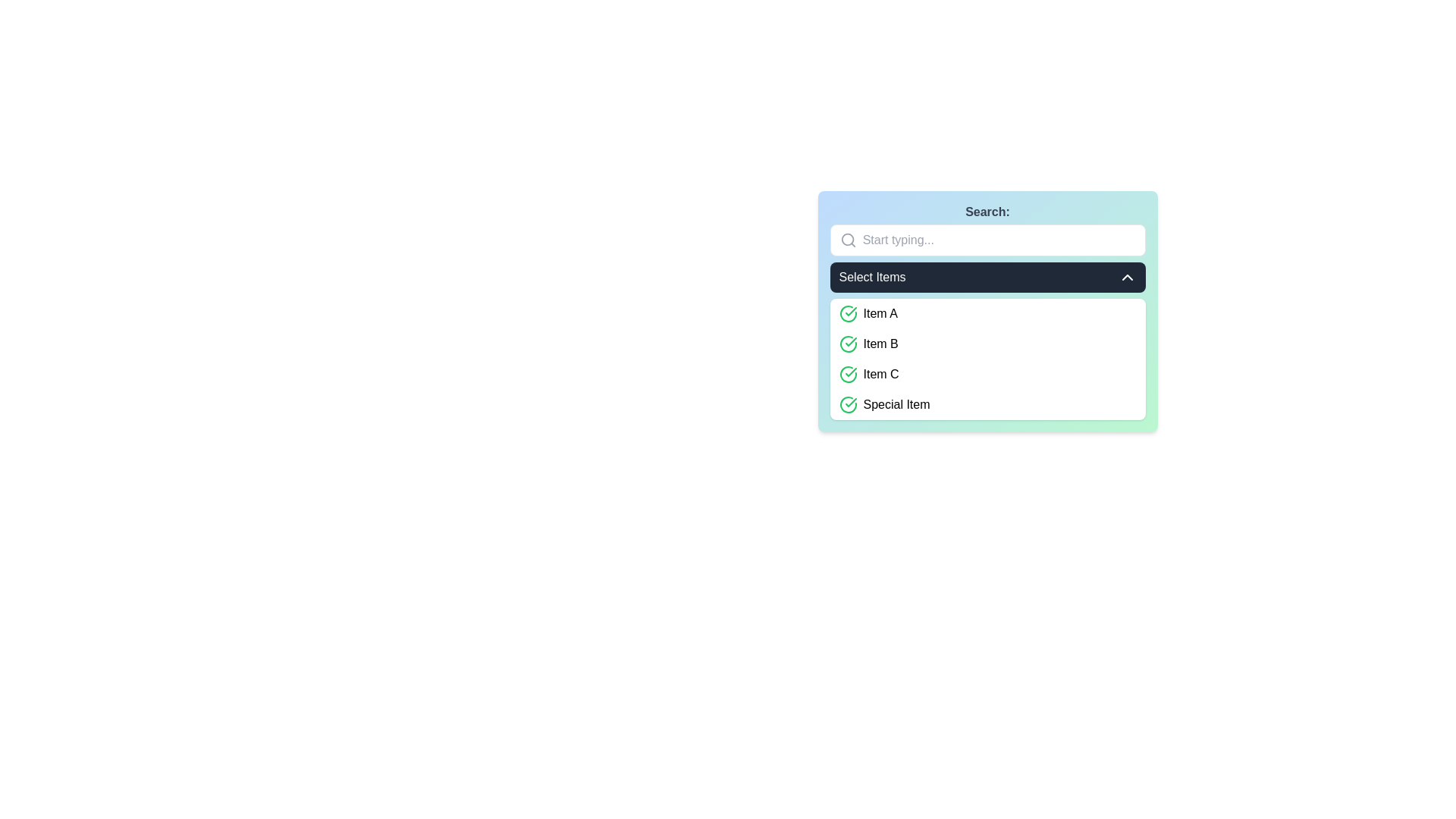  What do you see at coordinates (847, 312) in the screenshot?
I see `graphical indicator that denotes the status of 'Item C', located adjacent and to the left of 'Item C'` at bounding box center [847, 312].